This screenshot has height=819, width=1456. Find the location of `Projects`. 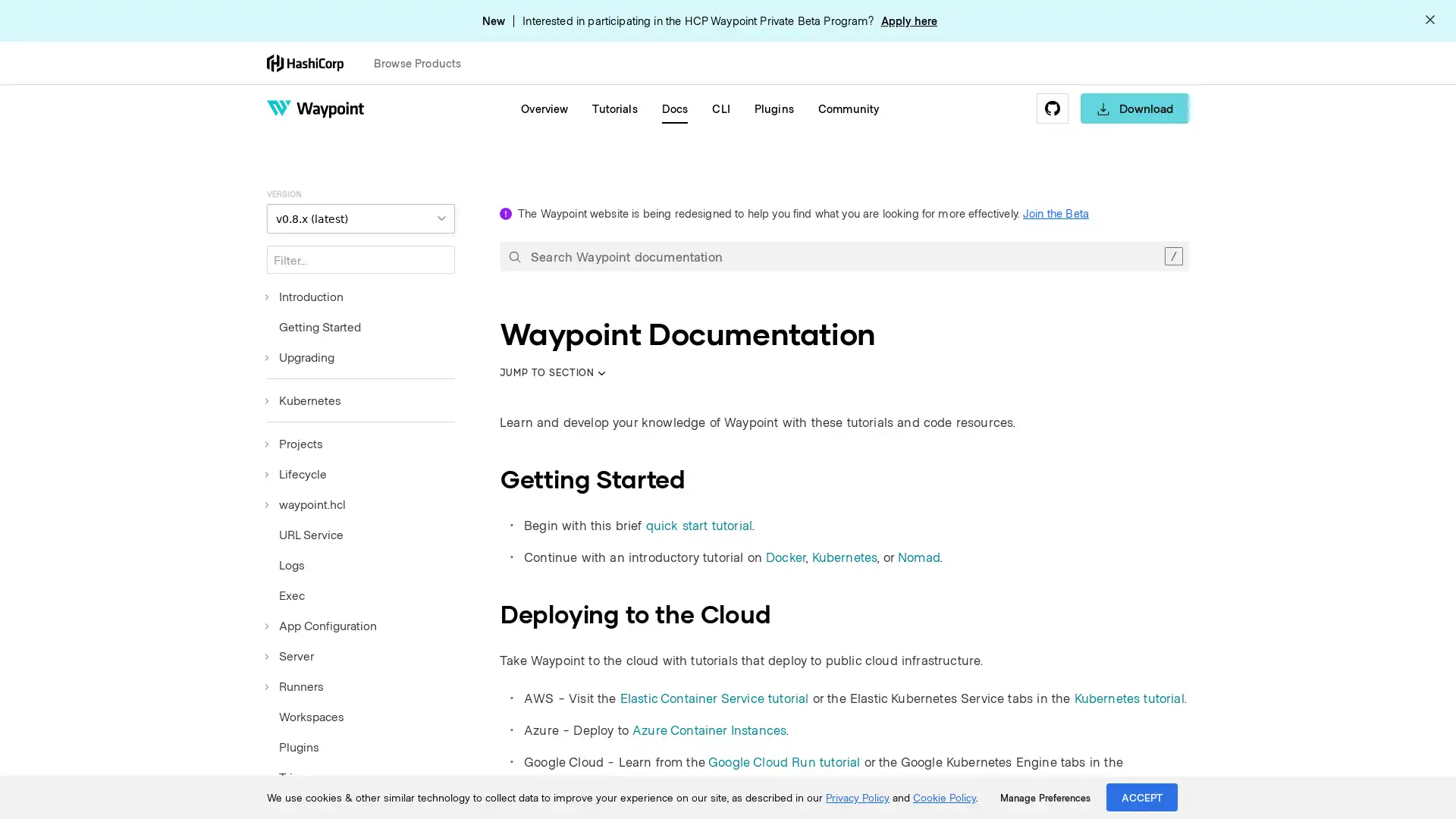

Projects is located at coordinates (294, 444).